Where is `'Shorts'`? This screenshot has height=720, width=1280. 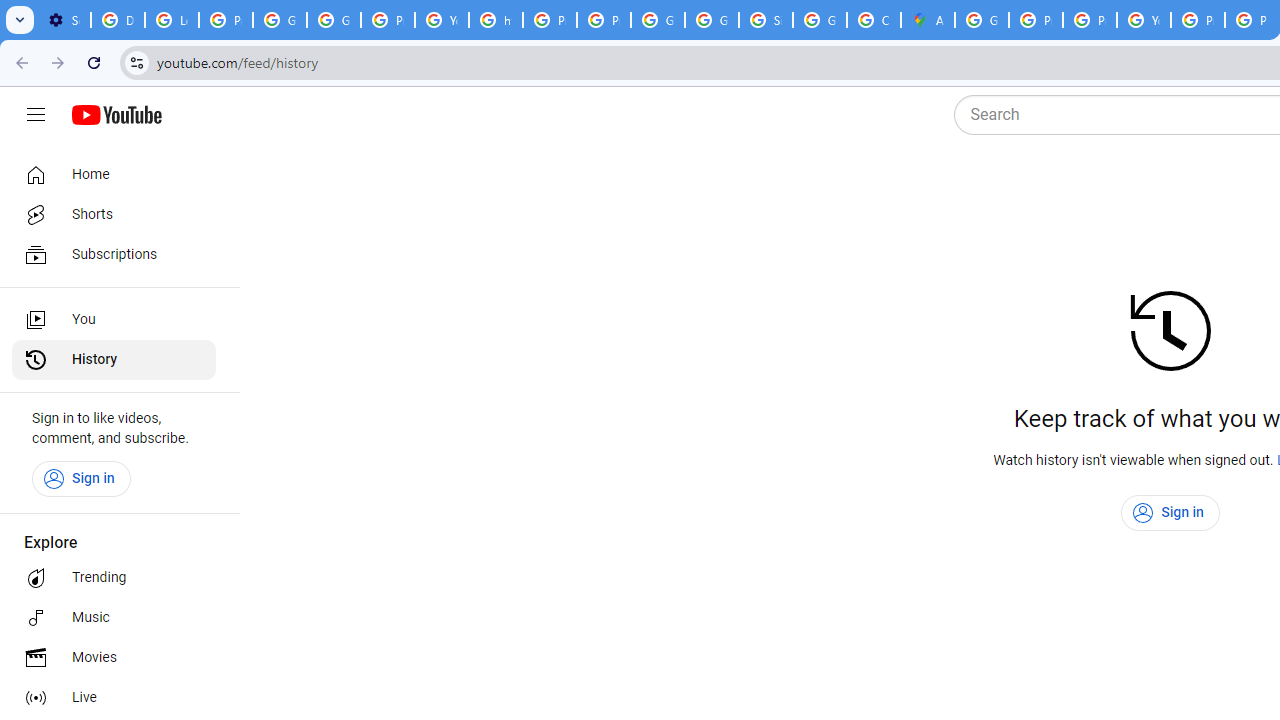
'Shorts' is located at coordinates (112, 214).